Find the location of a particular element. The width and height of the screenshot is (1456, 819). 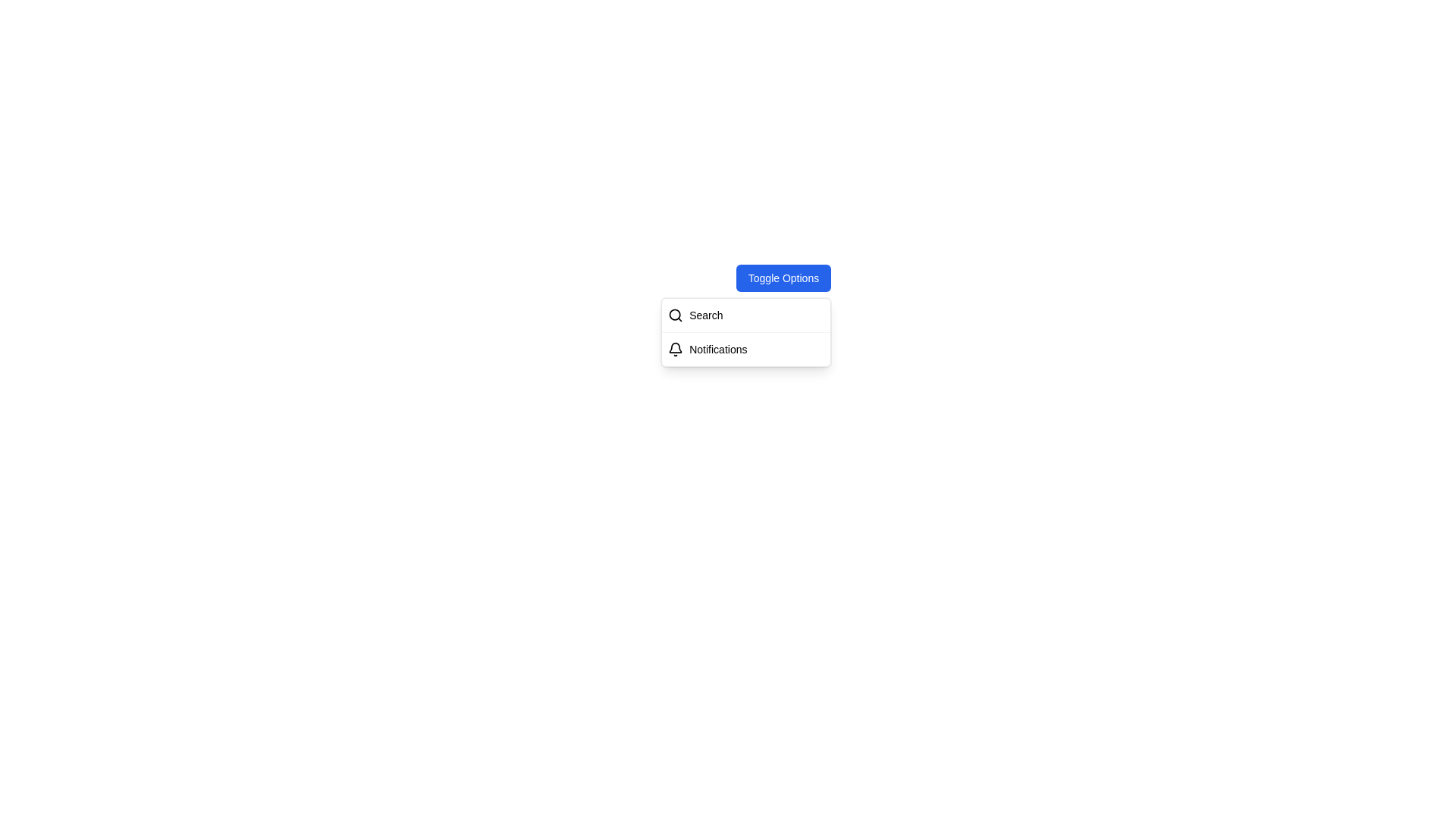

the notification indicator icon that visually signifies notifications, located to the left of the text label in the 'Notifications' dropdown menu is located at coordinates (675, 350).